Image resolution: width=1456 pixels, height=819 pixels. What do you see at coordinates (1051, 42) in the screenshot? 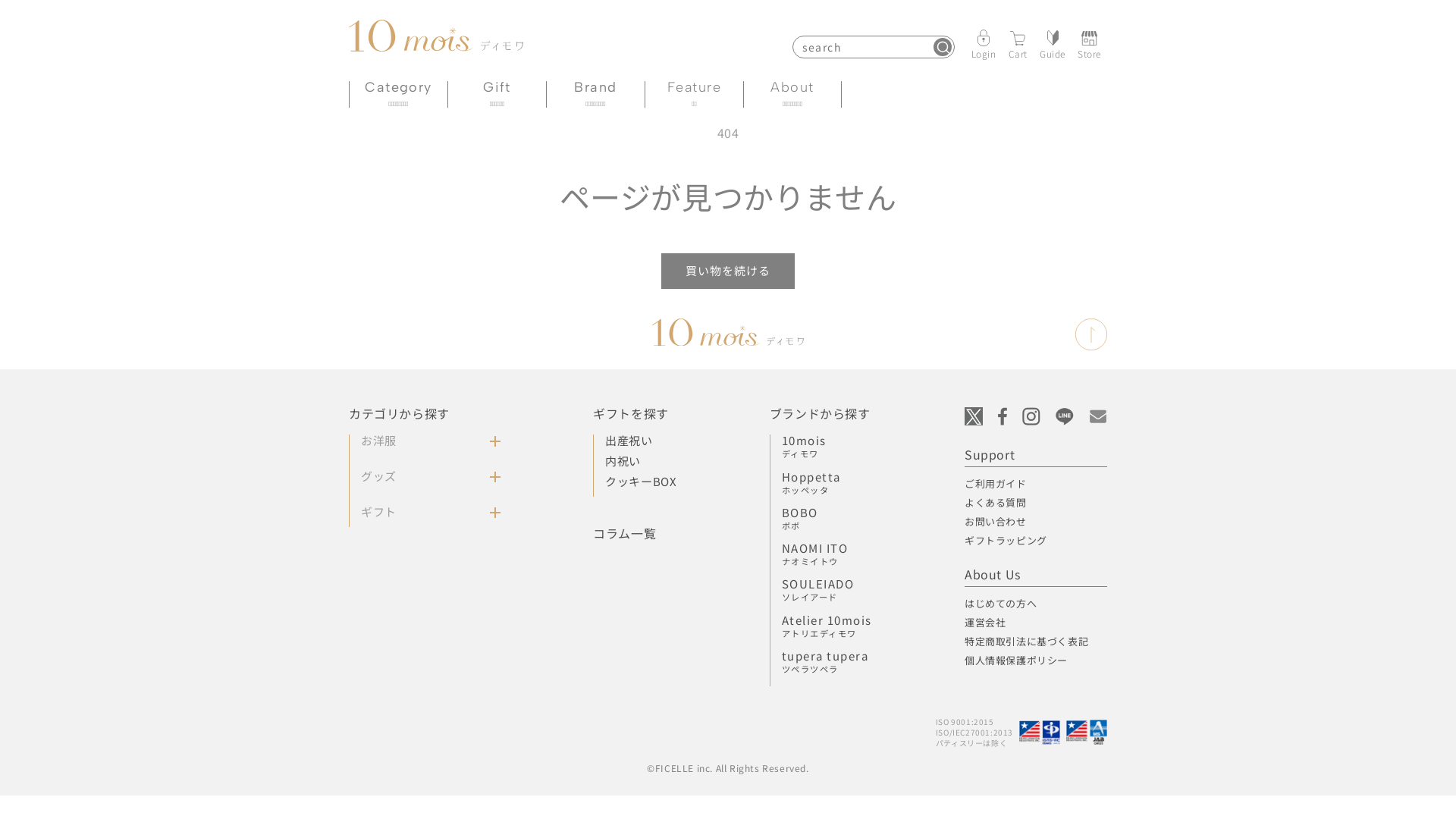
I see `'Guide'` at bounding box center [1051, 42].